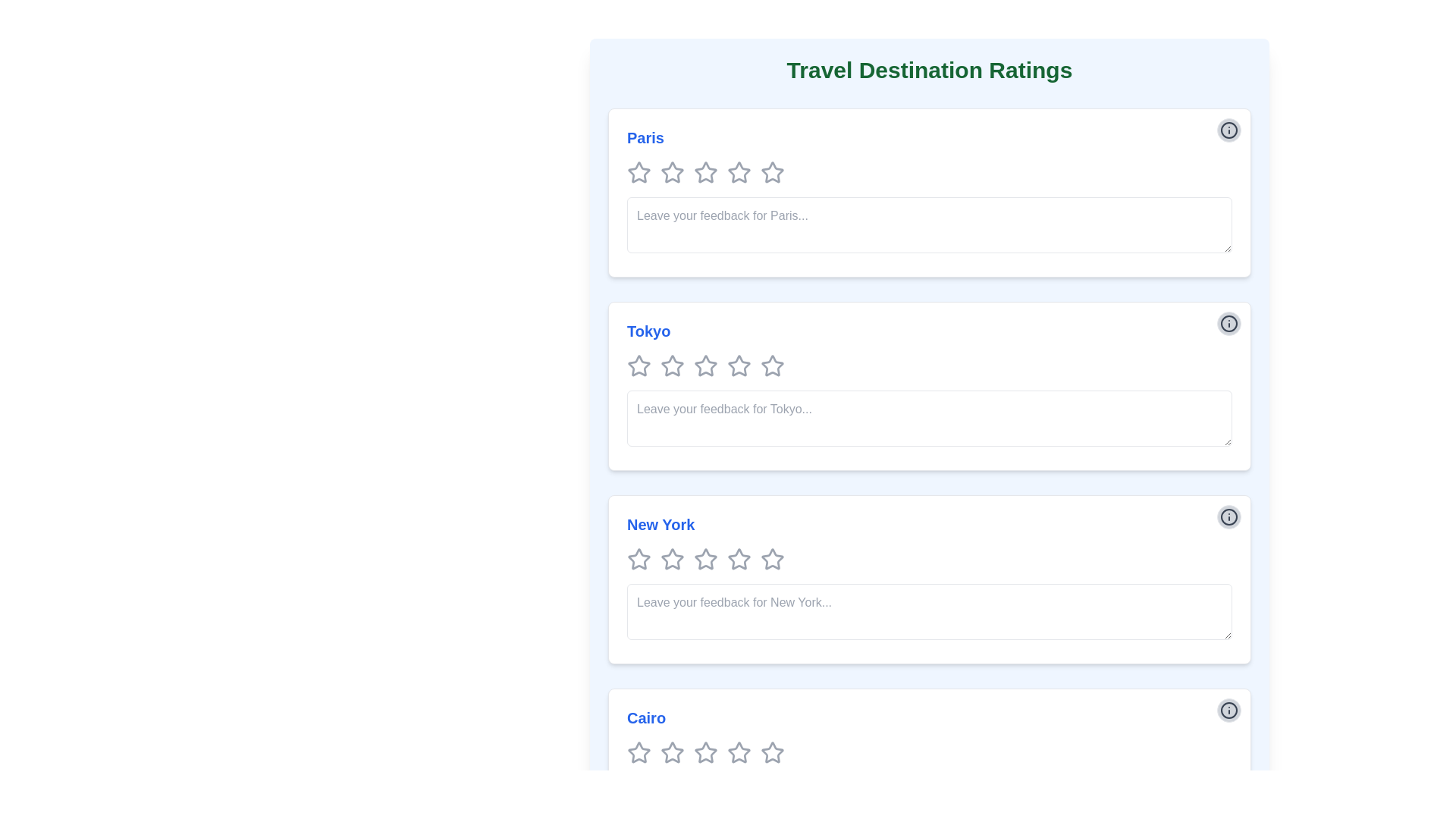  Describe the element at coordinates (739, 366) in the screenshot. I see `the fourth rating star icon in the 'Tokyo' section, which is a hollow gray star in a horizontal set of five stars` at that location.